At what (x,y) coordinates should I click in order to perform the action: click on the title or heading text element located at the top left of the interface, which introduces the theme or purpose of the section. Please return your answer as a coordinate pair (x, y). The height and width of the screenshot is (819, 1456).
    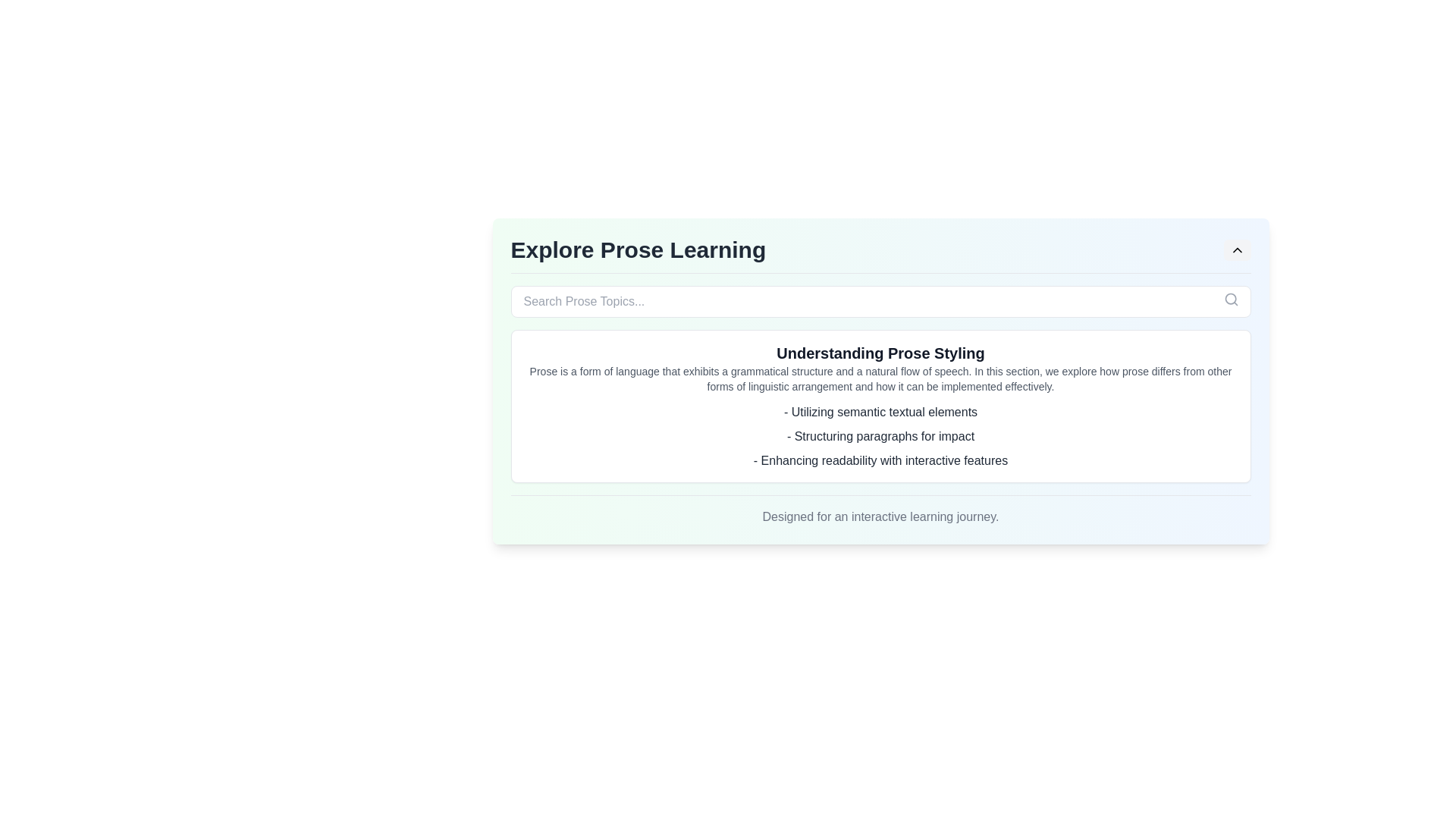
    Looking at the image, I should click on (638, 249).